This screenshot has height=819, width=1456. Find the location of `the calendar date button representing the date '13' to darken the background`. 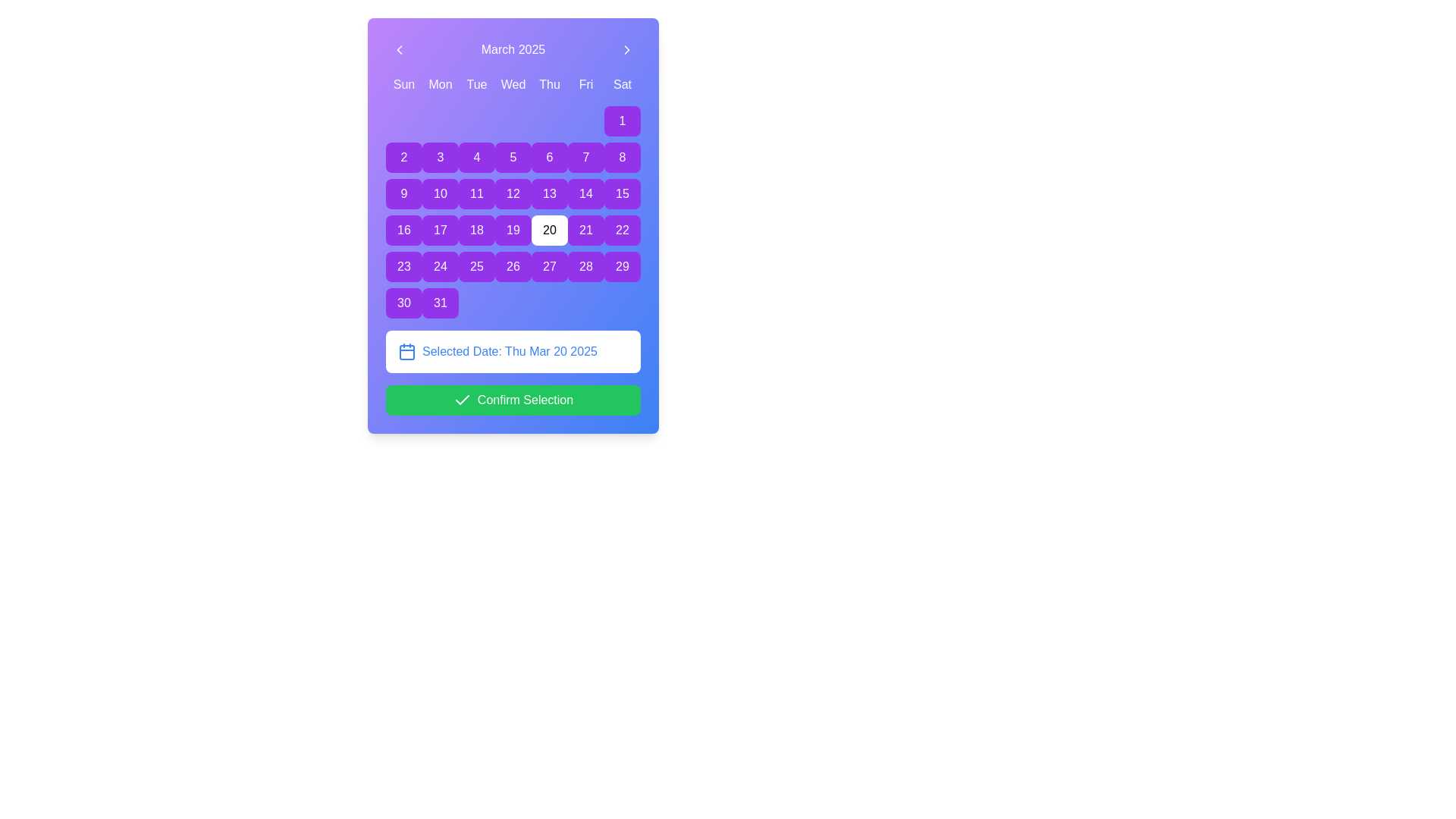

the calendar date button representing the date '13' to darken the background is located at coordinates (548, 193).